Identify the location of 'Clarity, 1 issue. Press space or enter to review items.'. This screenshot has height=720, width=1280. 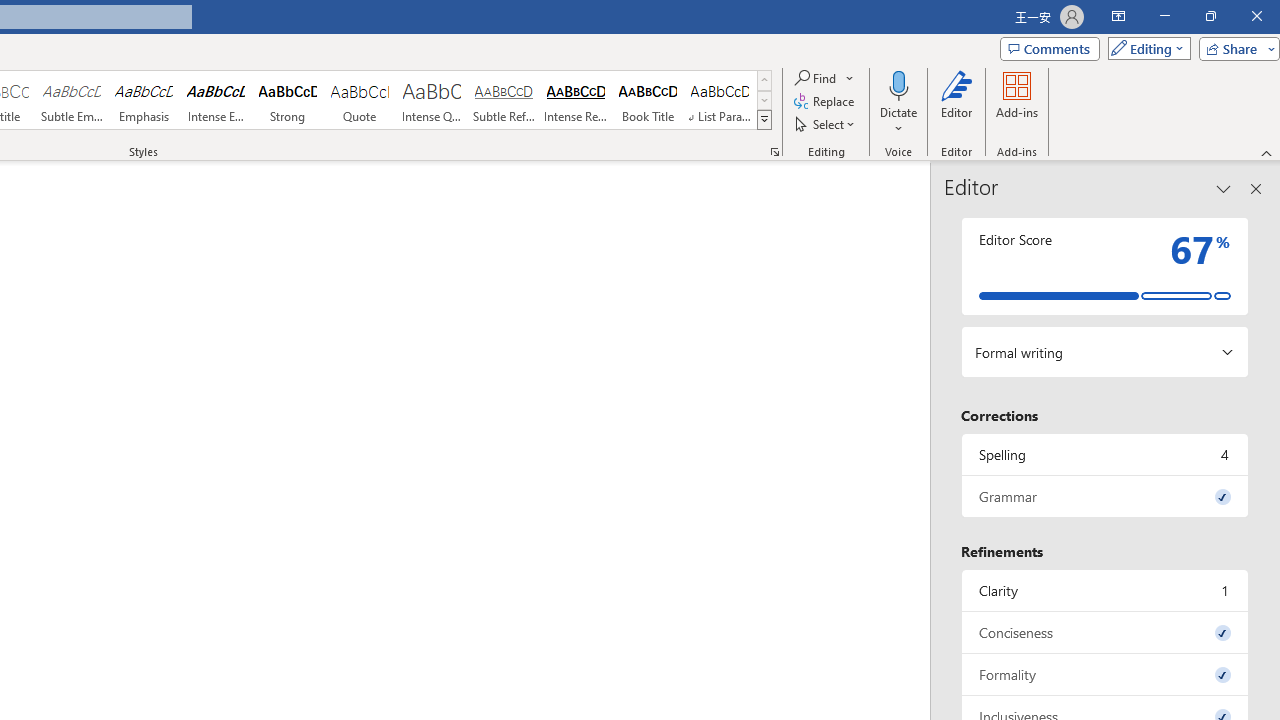
(1104, 589).